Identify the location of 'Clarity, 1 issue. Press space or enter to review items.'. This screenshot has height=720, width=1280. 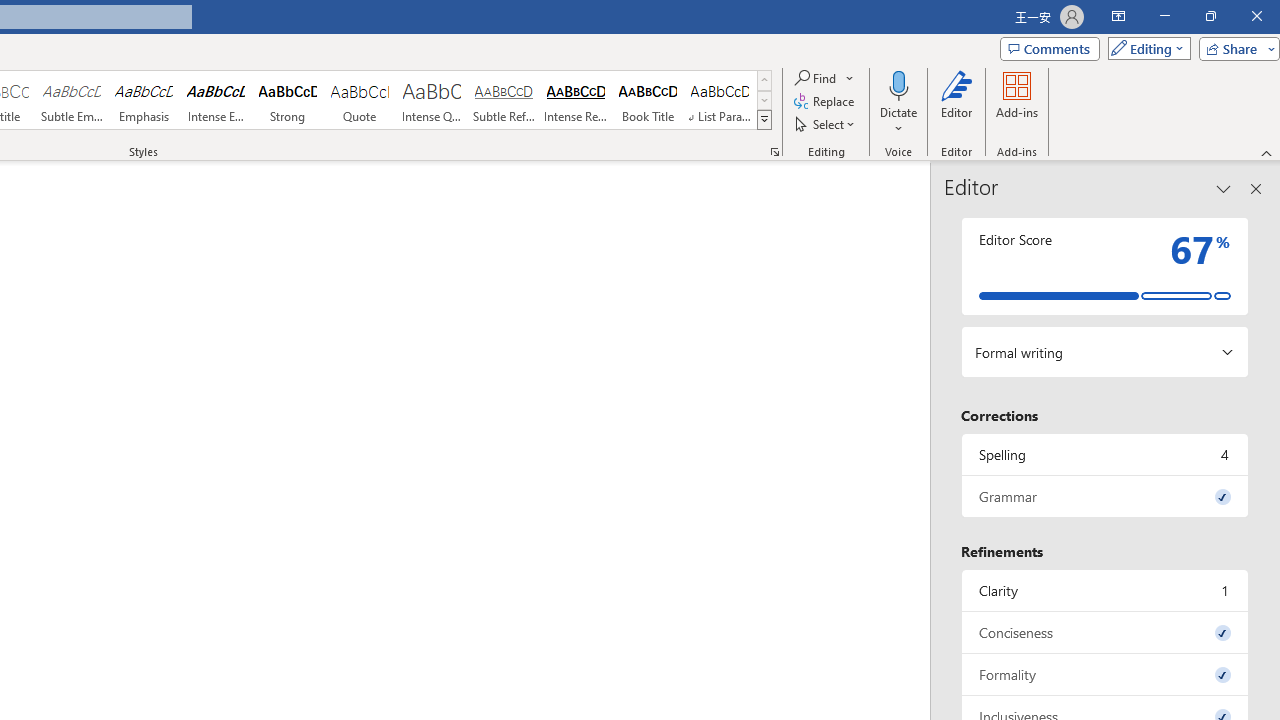
(1104, 589).